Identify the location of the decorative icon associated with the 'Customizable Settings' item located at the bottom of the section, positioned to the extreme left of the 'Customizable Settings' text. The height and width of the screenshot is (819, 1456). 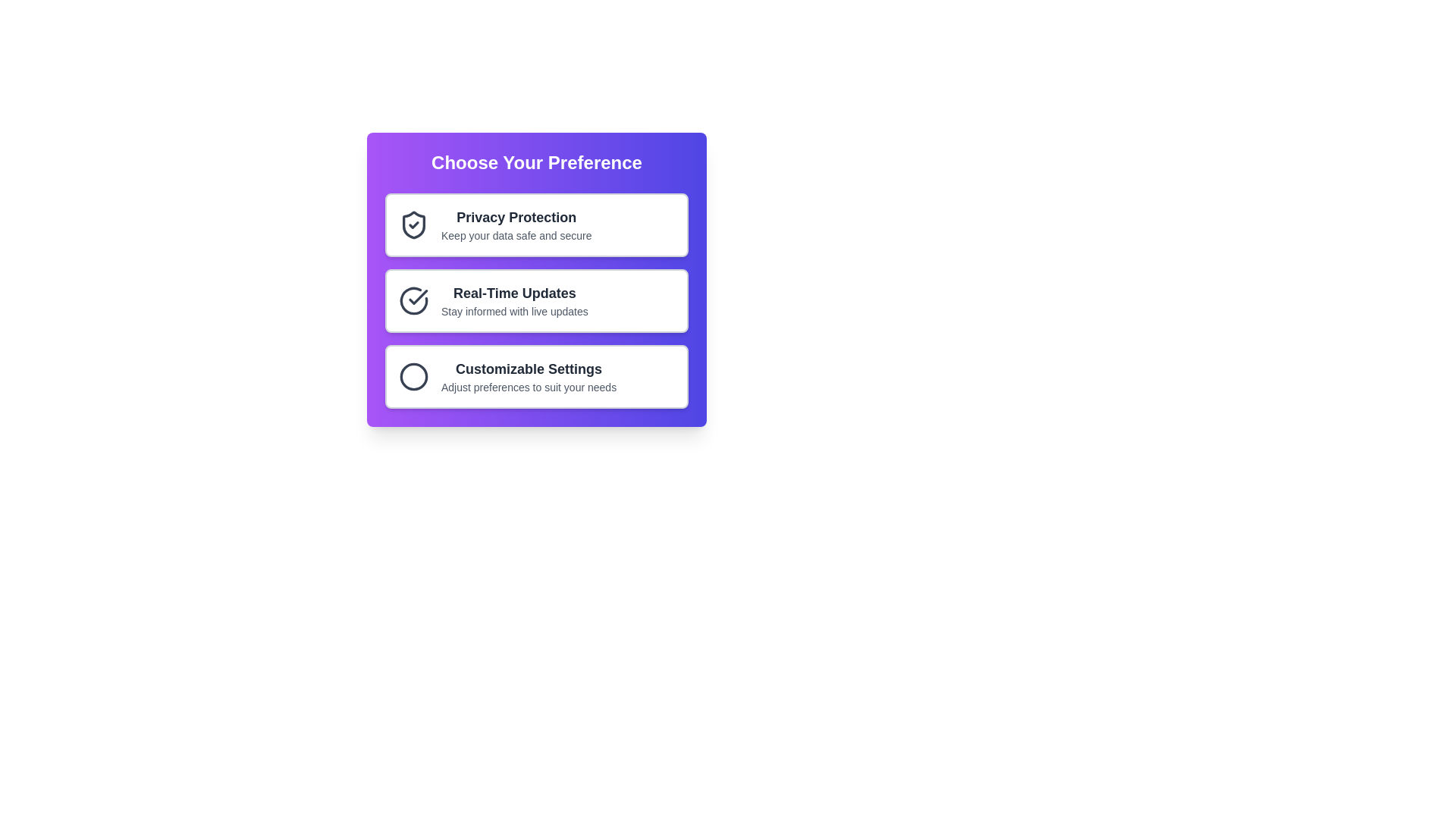
(414, 376).